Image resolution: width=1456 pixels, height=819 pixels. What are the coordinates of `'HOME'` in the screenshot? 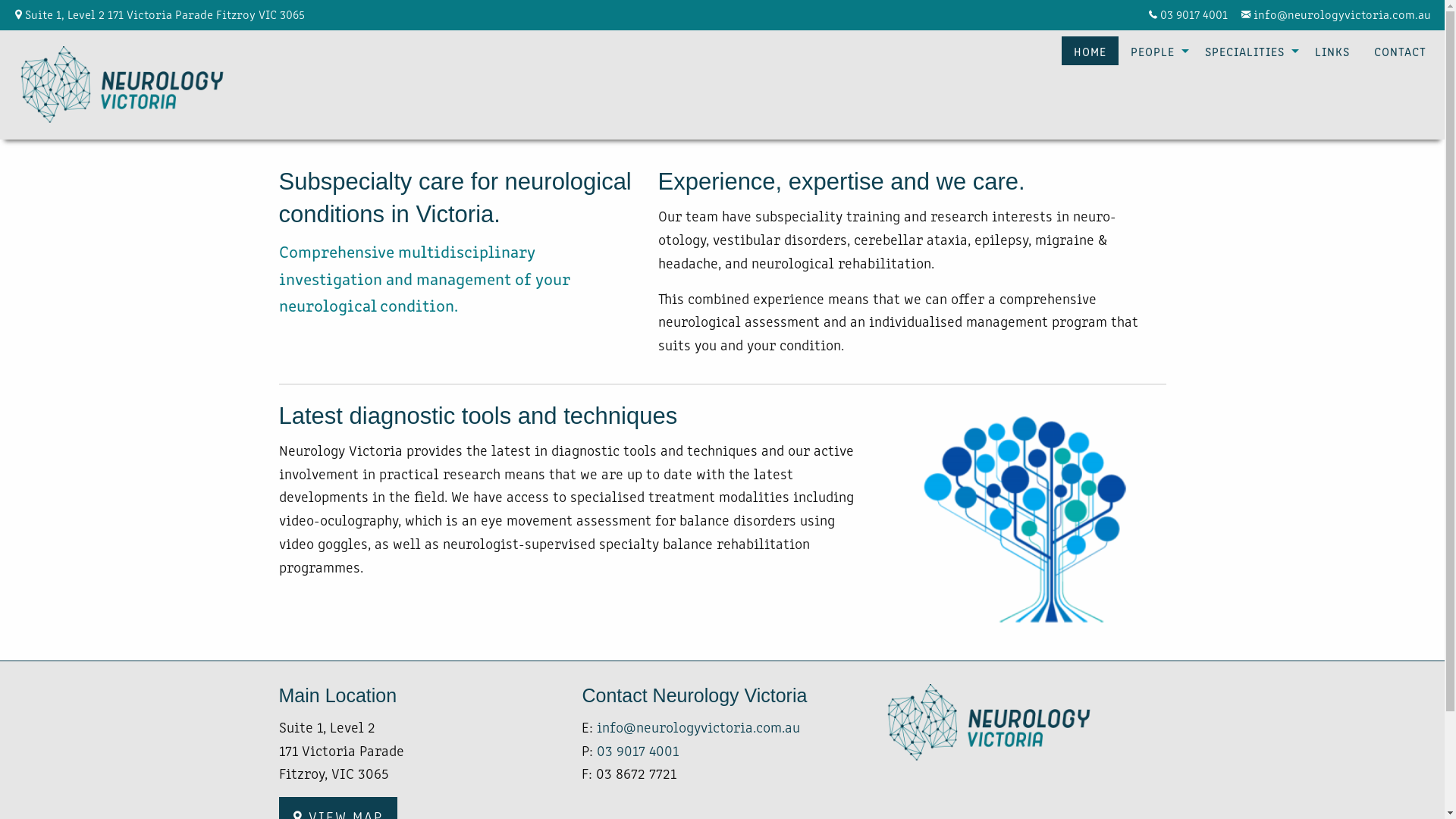 It's located at (1089, 49).